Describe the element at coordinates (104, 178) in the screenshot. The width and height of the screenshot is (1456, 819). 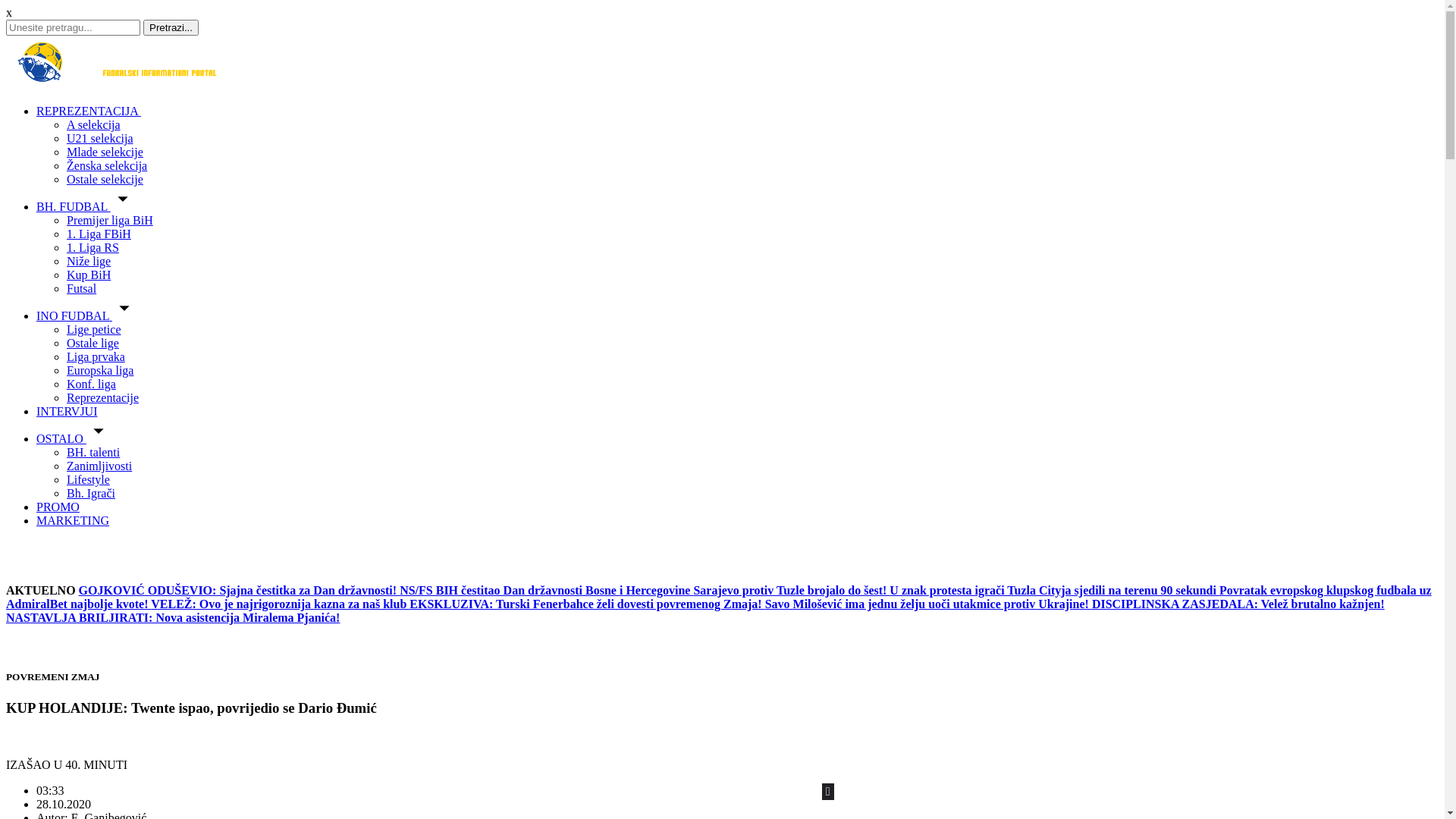
I see `'Ostale selekcije'` at that location.